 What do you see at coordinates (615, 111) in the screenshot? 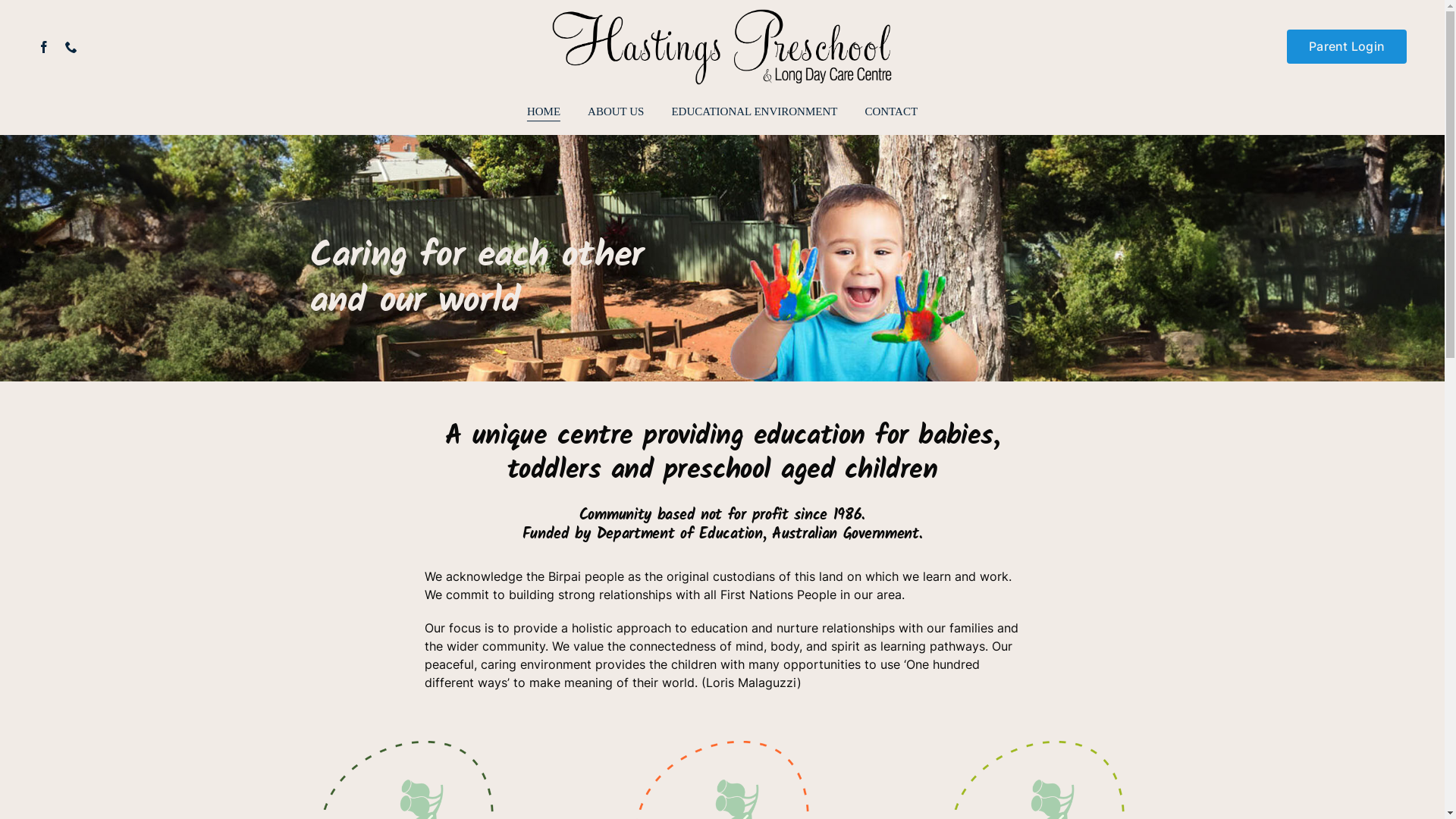
I see `'ABOUT US'` at bounding box center [615, 111].